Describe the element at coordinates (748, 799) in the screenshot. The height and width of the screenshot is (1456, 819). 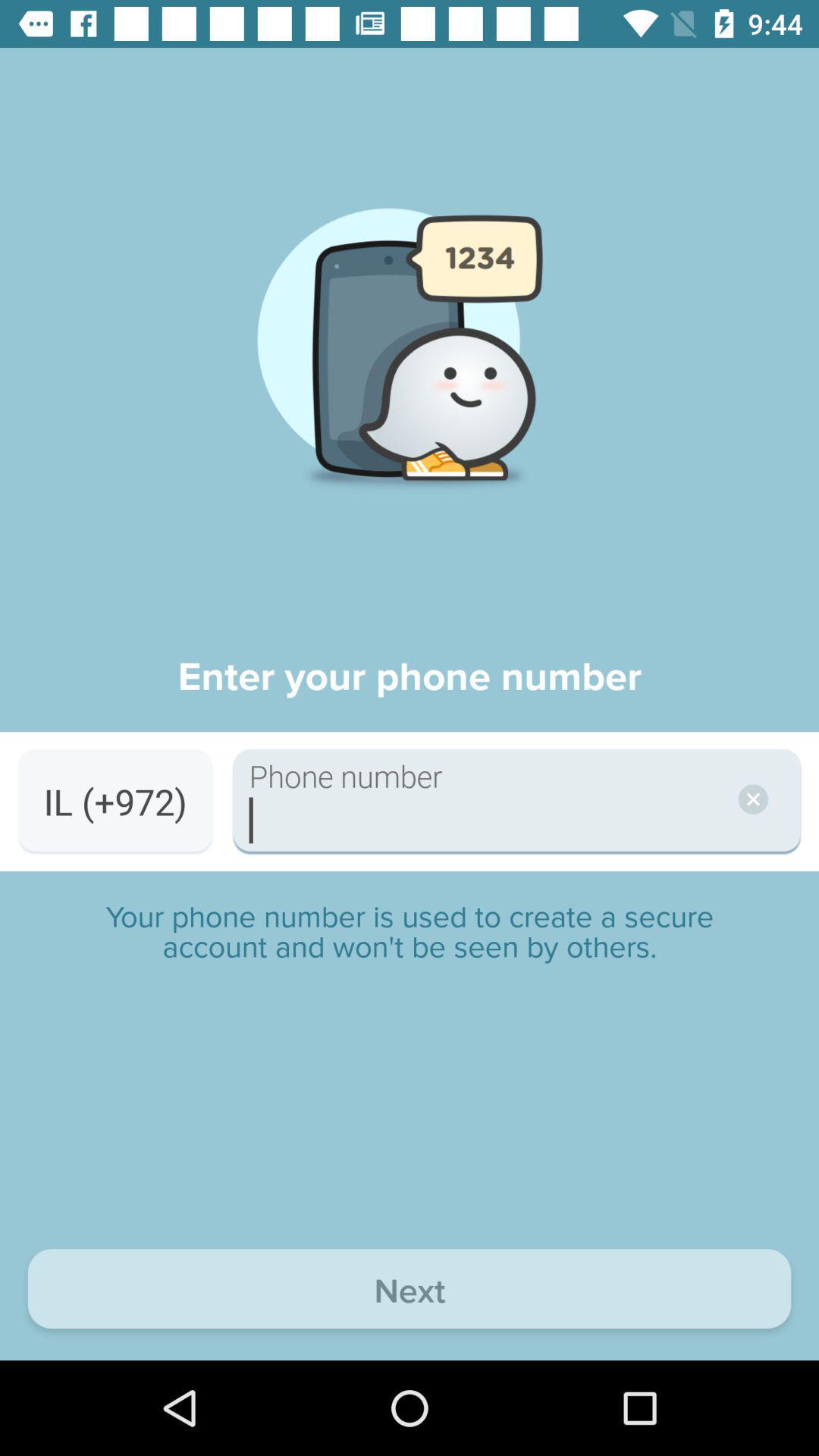
I see `the close icon` at that location.